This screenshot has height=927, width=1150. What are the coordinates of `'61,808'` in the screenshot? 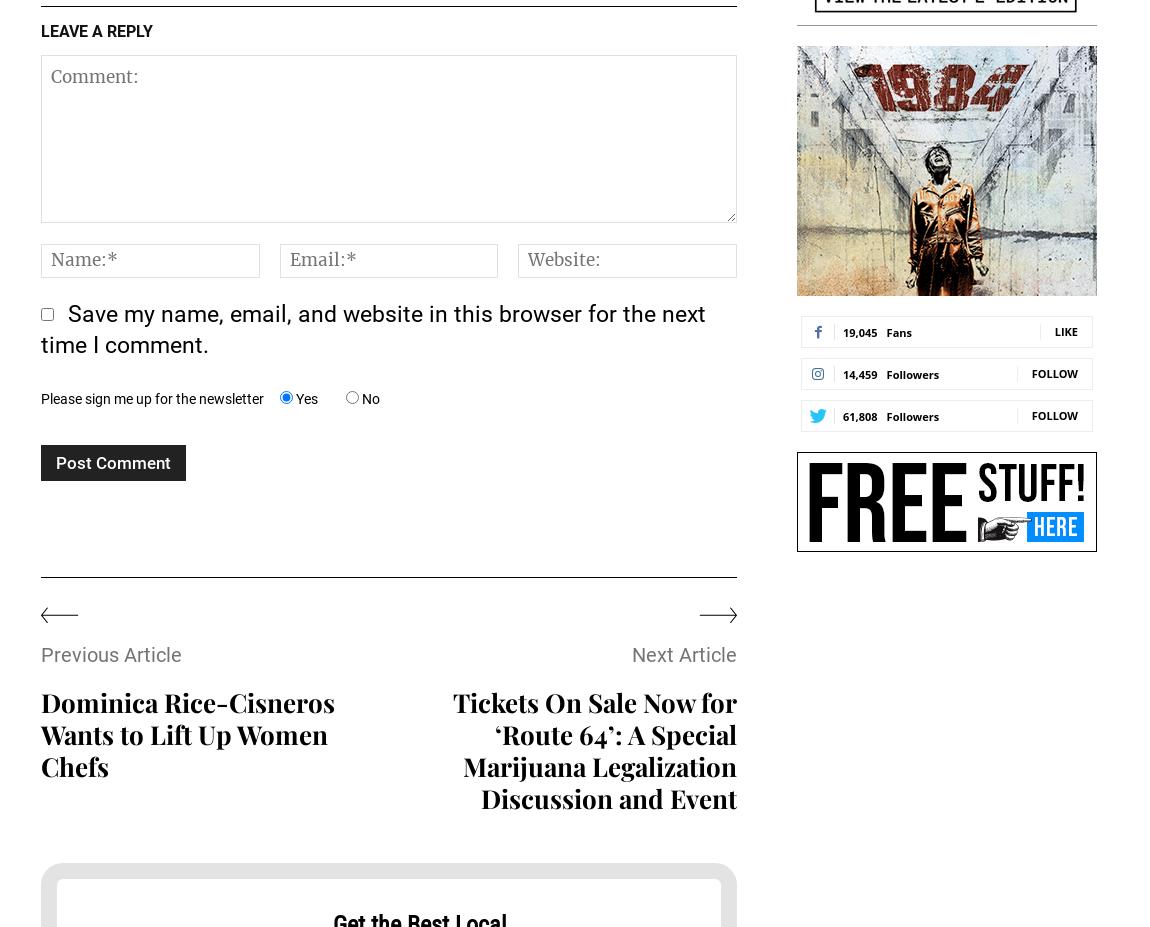 It's located at (858, 414).